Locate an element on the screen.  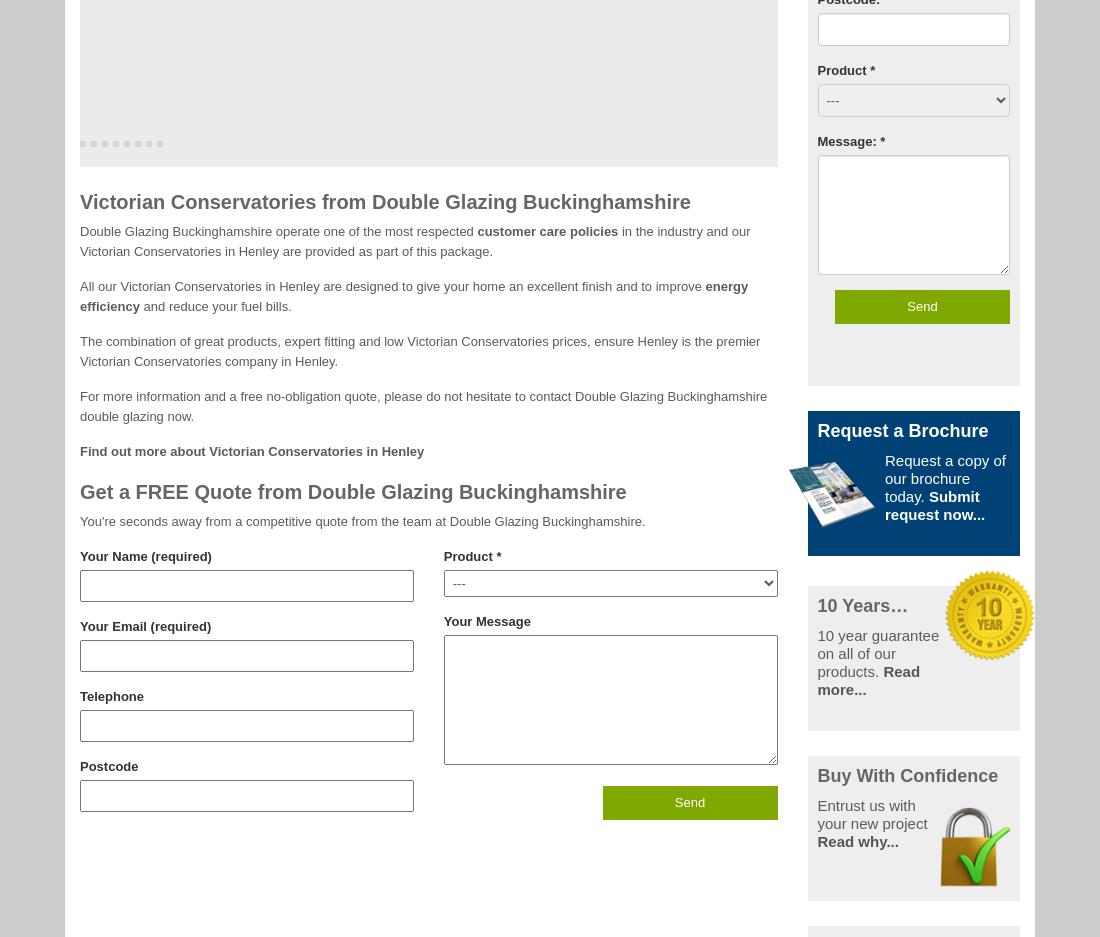
'Find out more about Victorian Conservatories in Henley' is located at coordinates (252, 449).